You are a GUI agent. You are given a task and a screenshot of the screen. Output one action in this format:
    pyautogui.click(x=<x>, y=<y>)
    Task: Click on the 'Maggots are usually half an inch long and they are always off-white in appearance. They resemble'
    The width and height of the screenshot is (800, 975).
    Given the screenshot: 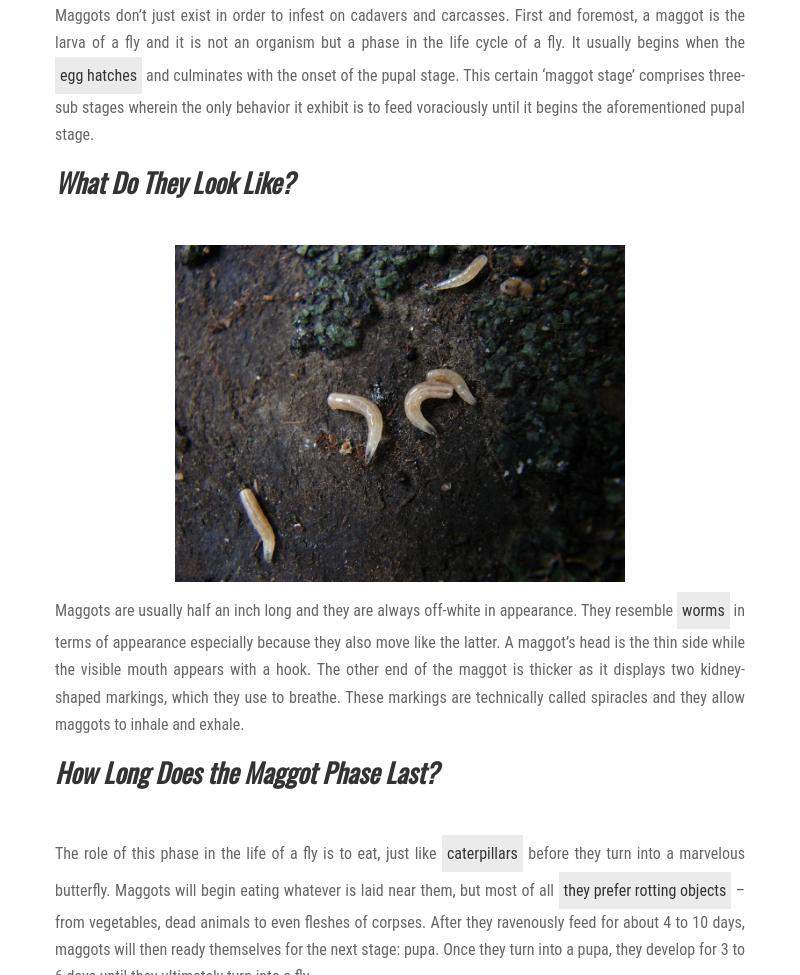 What is the action you would take?
    pyautogui.click(x=366, y=610)
    